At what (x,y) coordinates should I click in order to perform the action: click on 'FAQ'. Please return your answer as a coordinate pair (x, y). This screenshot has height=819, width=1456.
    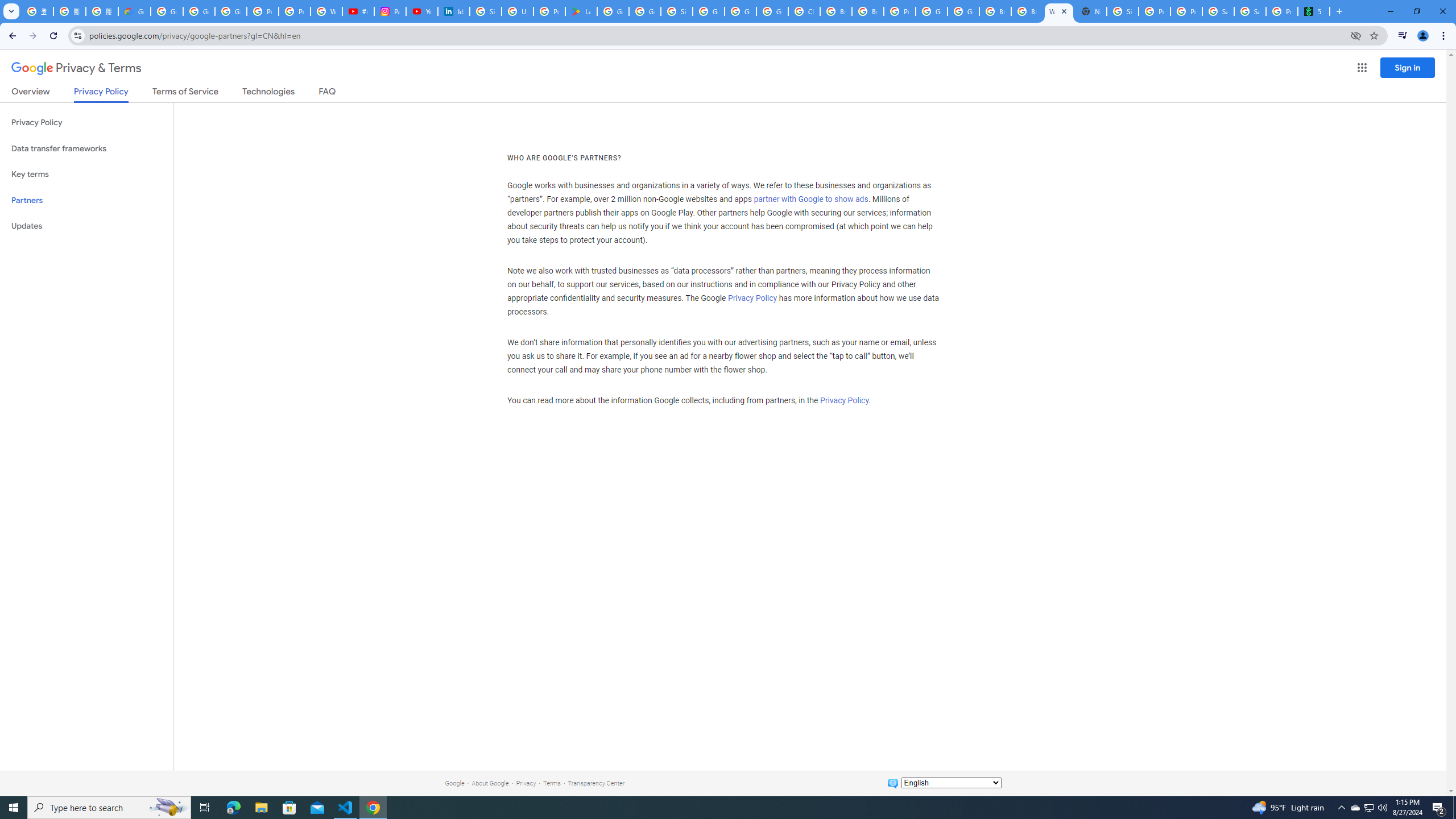
    Looking at the image, I should click on (327, 93).